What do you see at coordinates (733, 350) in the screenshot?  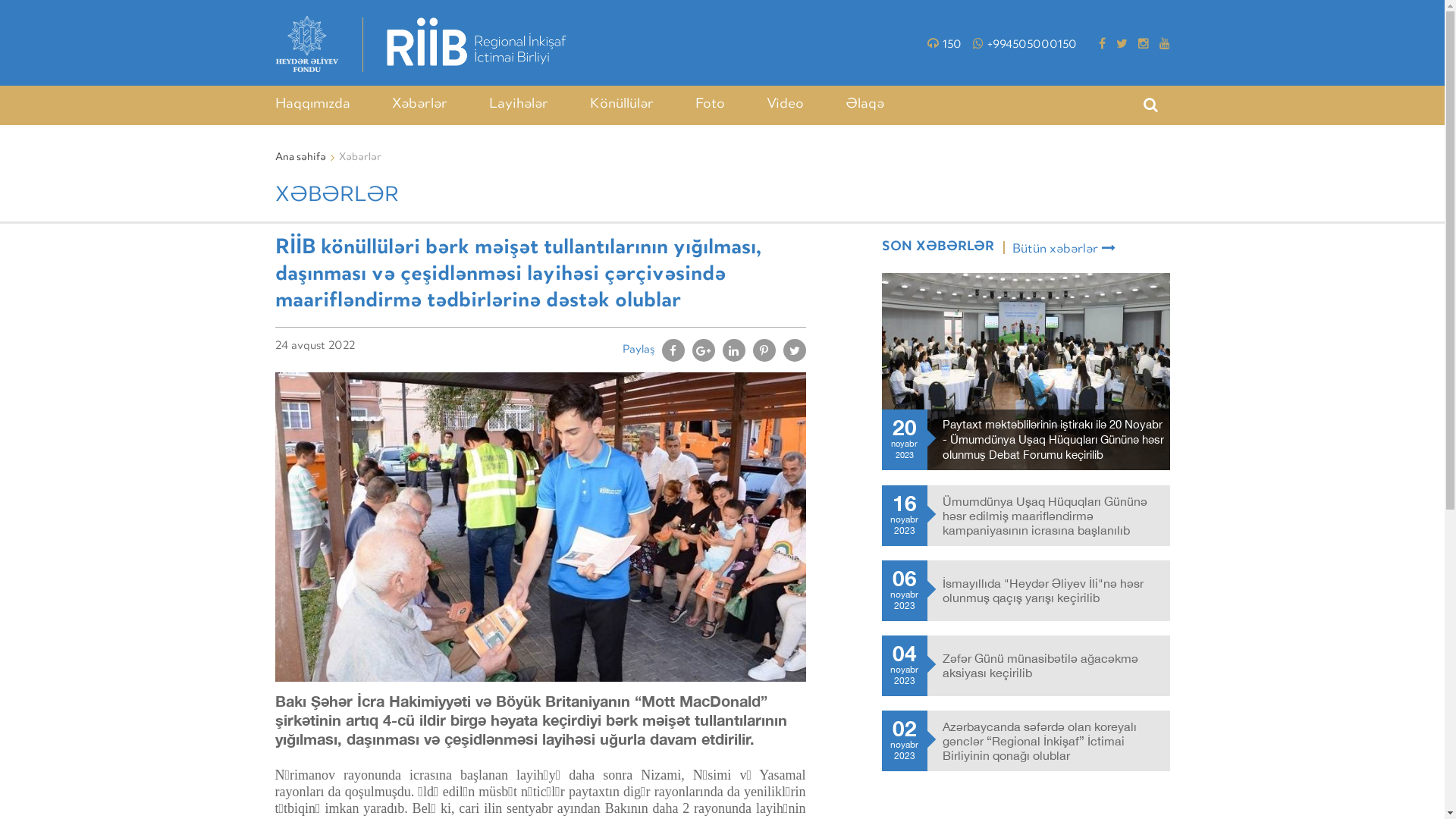 I see `'Share on Linkedin'` at bounding box center [733, 350].